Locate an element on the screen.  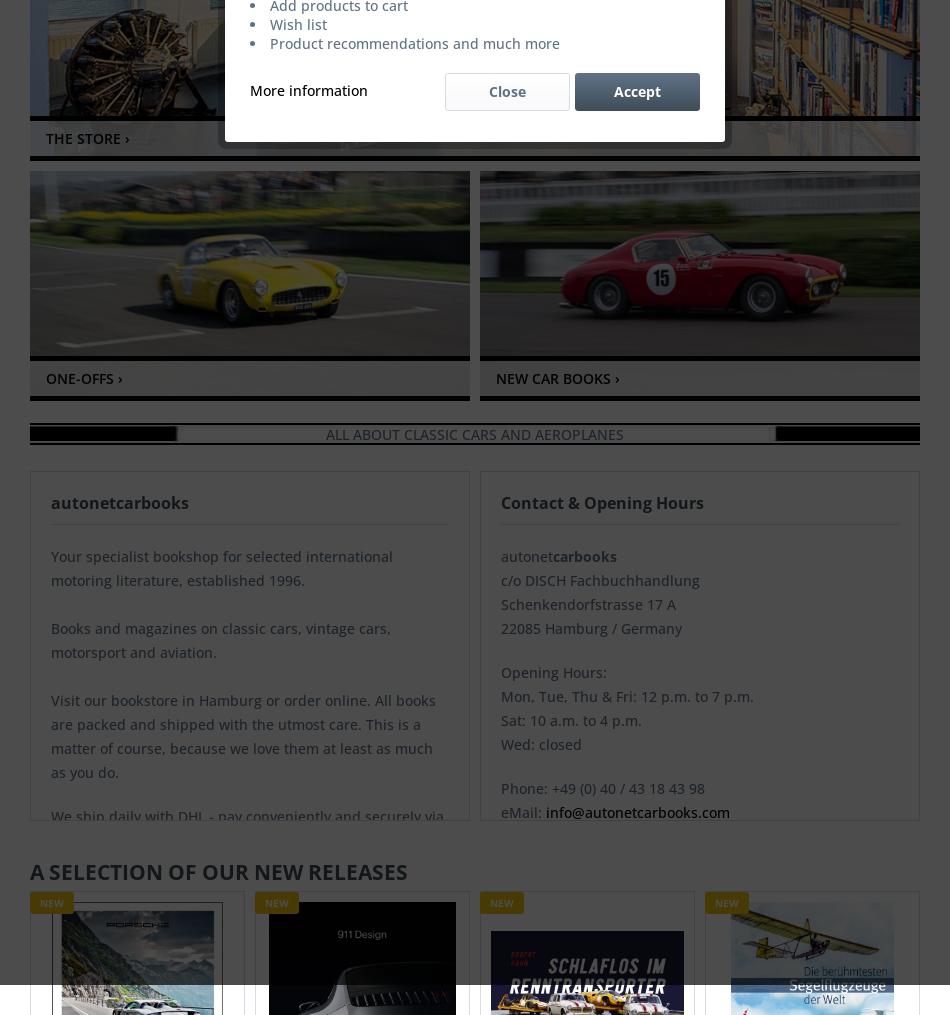
'22085 Hamburg / Germany' is located at coordinates (591, 626).